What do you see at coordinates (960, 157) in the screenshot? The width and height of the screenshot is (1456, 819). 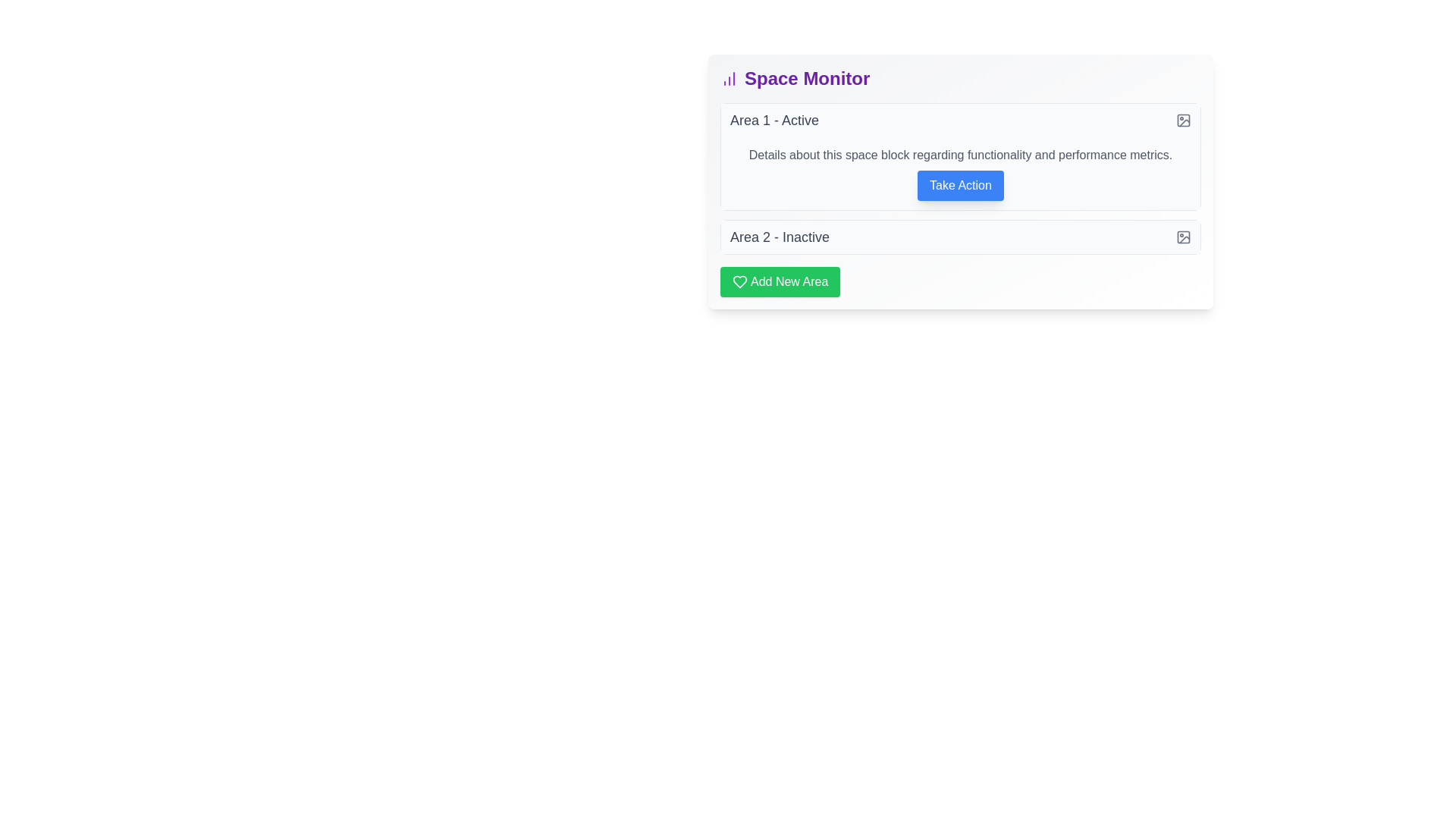 I see `the active panel that is the first panel in the list, located at the top and contains a button and icon` at bounding box center [960, 157].